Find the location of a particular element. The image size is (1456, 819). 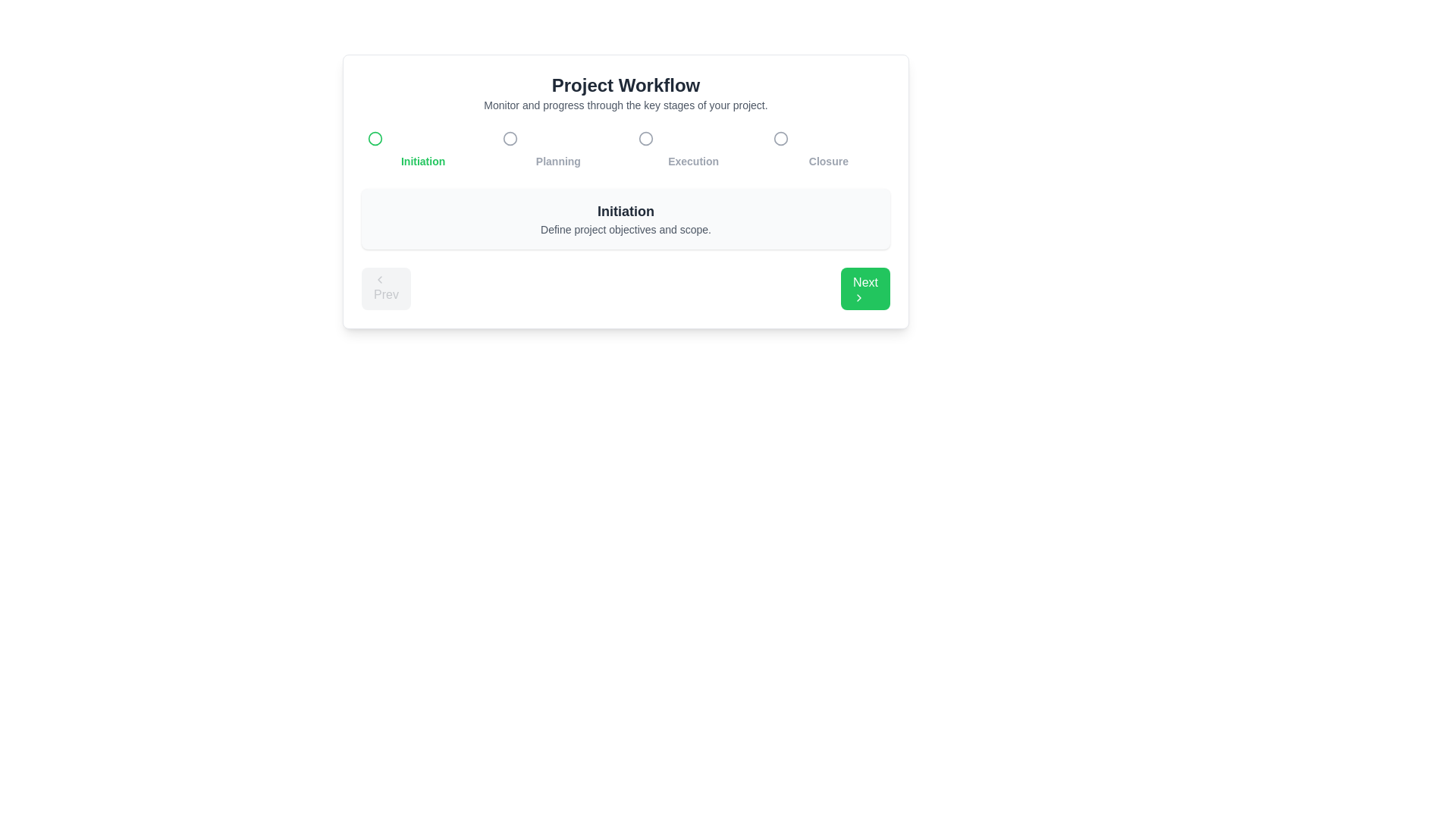

the milestone titled Closure by clicking on its title is located at coordinates (827, 148).